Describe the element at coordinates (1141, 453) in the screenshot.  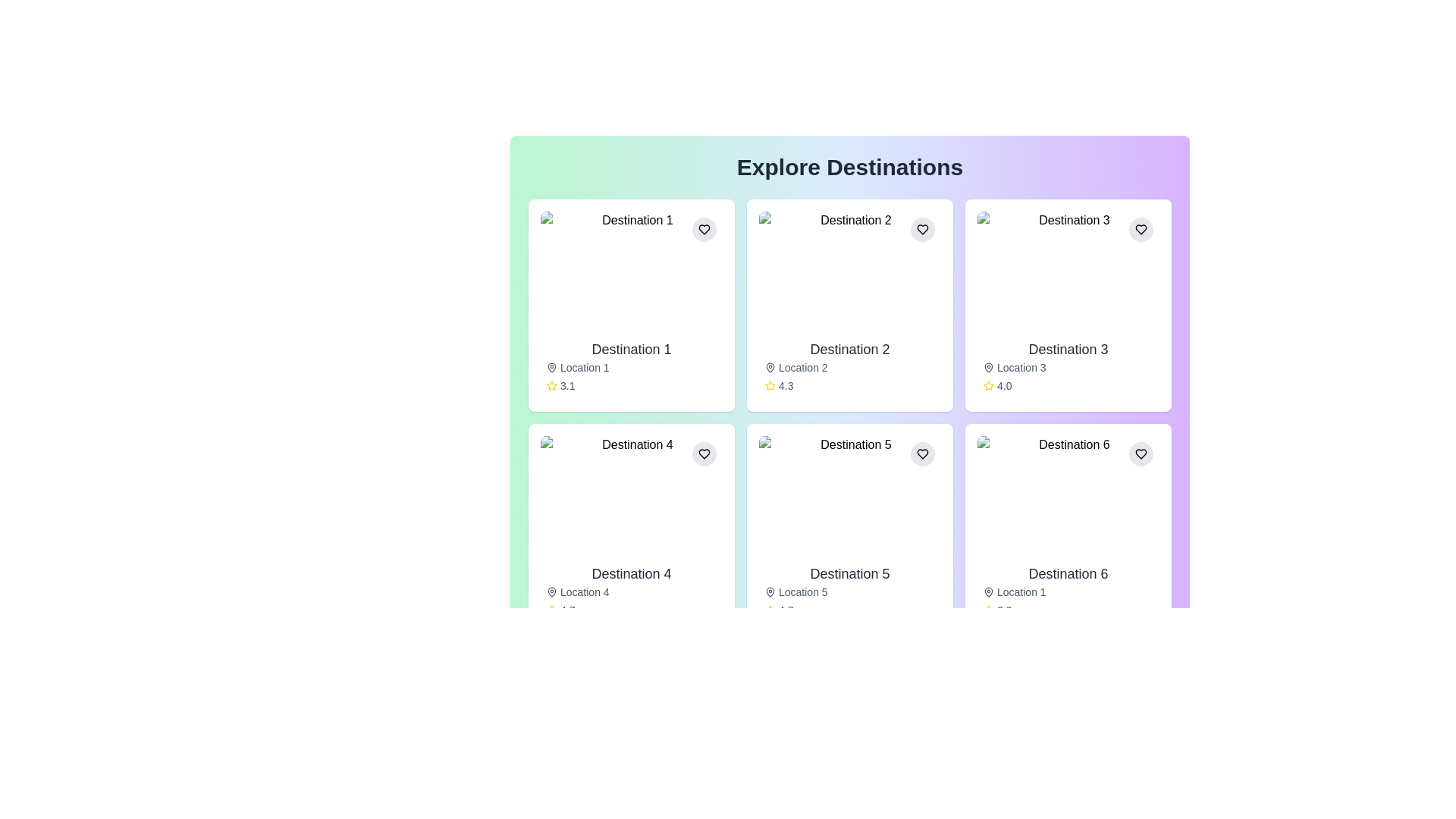
I see `the black outlined heart icon at the top-right corner of the card for 'Destination 6' to mark it as a favorite` at that location.